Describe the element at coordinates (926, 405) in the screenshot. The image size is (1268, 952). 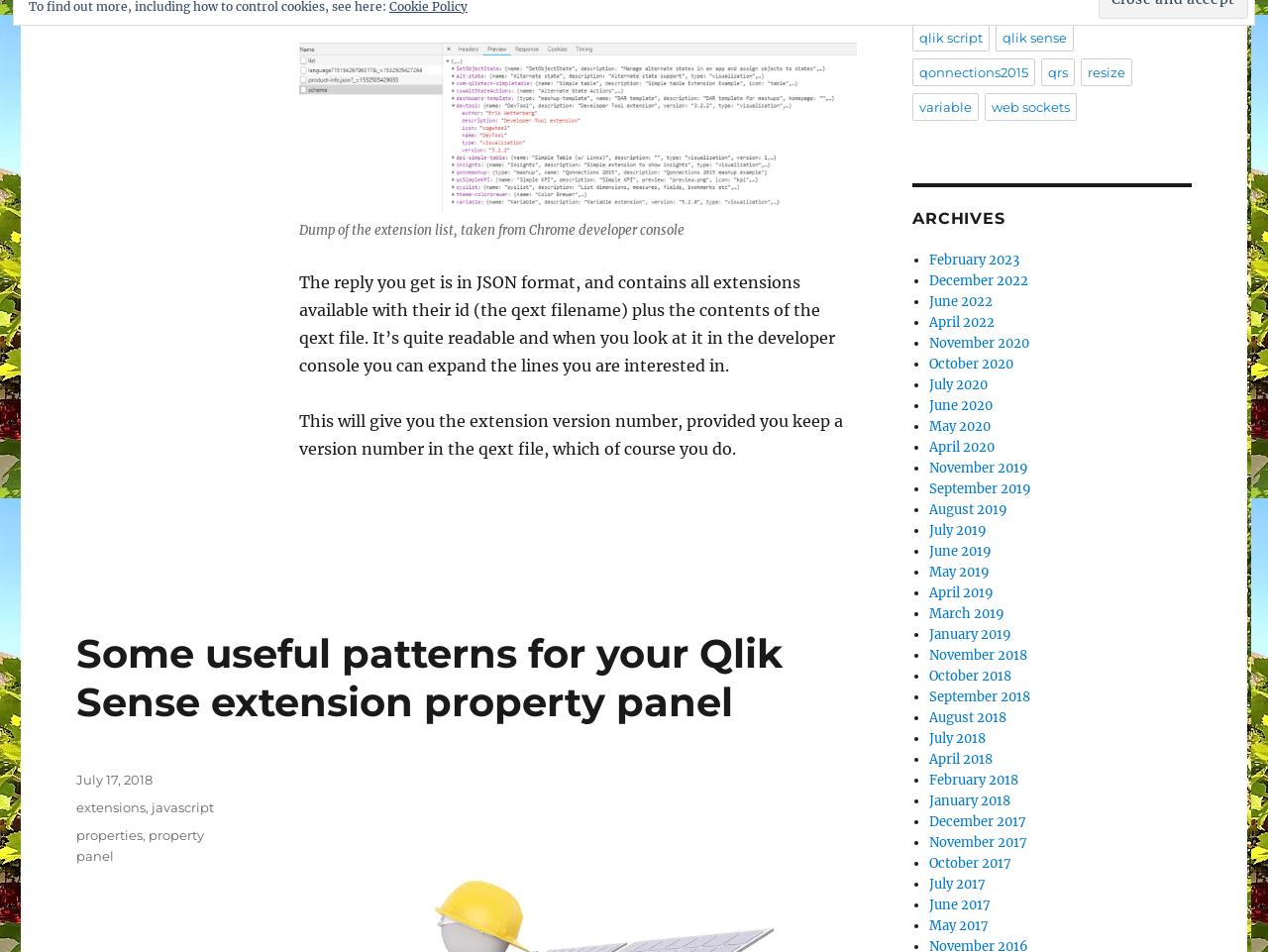
I see `'June 2020'` at that location.